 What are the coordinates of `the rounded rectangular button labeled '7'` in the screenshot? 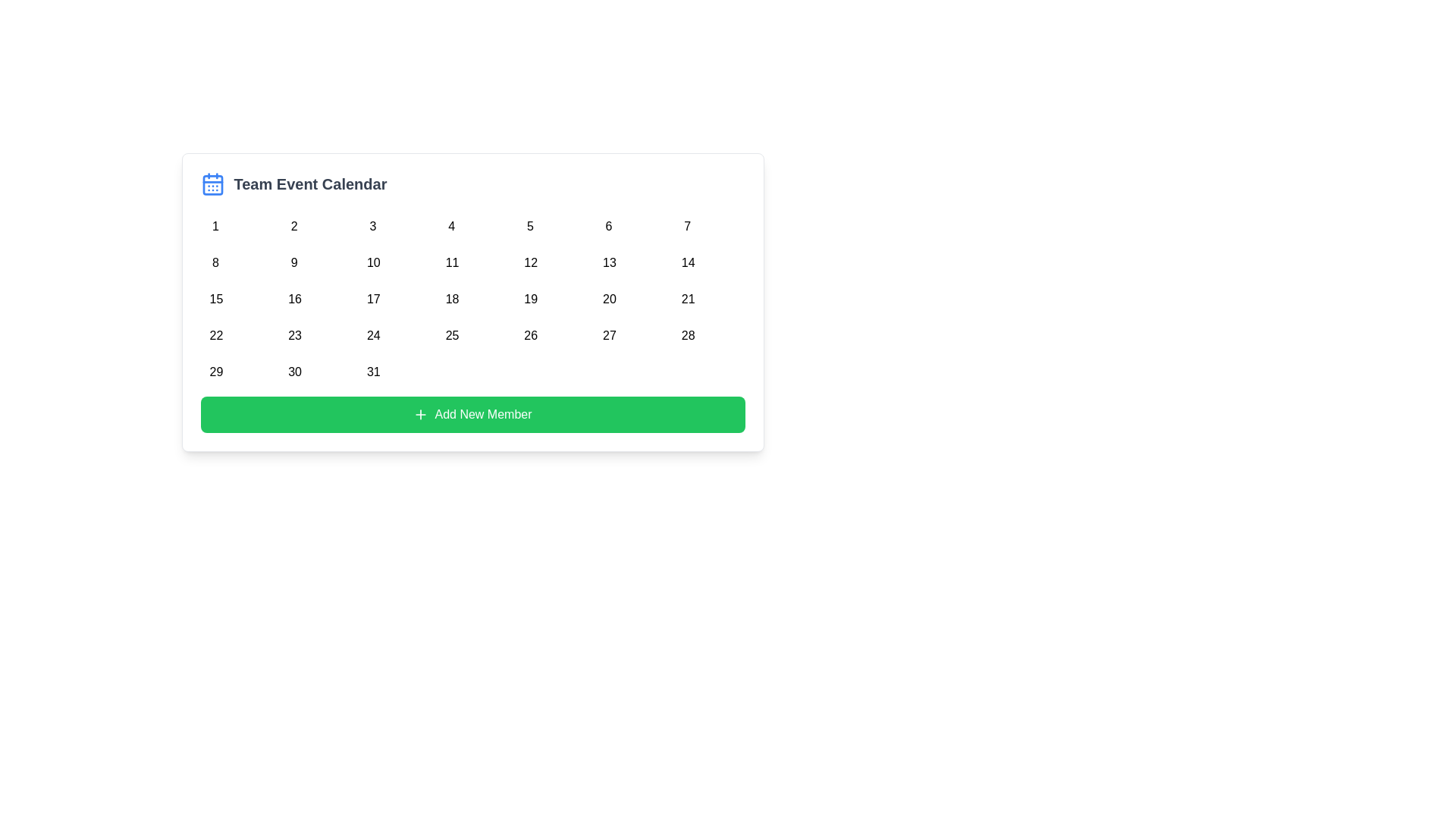 It's located at (686, 223).